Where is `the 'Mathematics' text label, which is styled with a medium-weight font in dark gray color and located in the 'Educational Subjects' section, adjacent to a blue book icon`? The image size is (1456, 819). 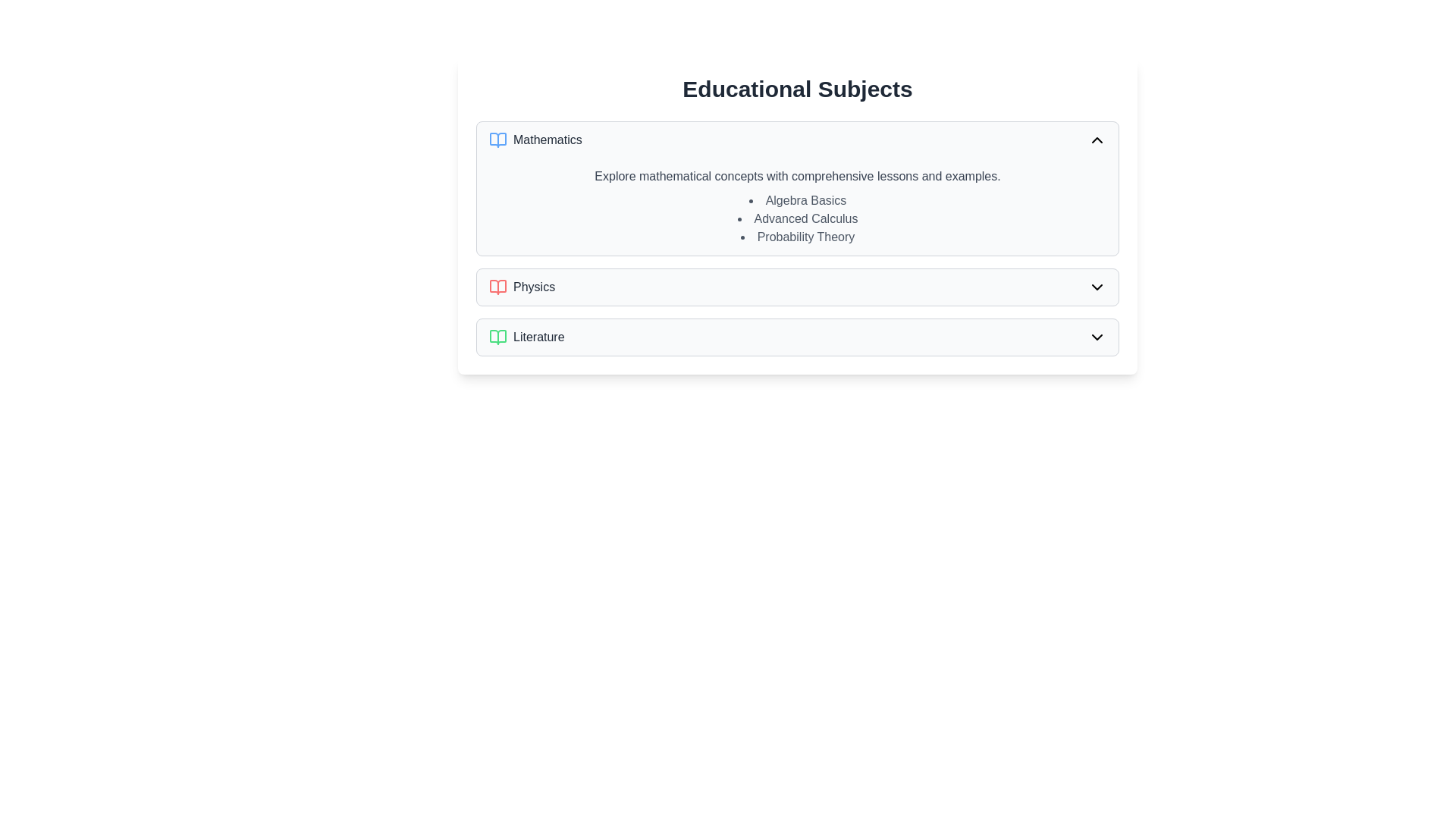
the 'Mathematics' text label, which is styled with a medium-weight font in dark gray color and located in the 'Educational Subjects' section, adjacent to a blue book icon is located at coordinates (547, 140).